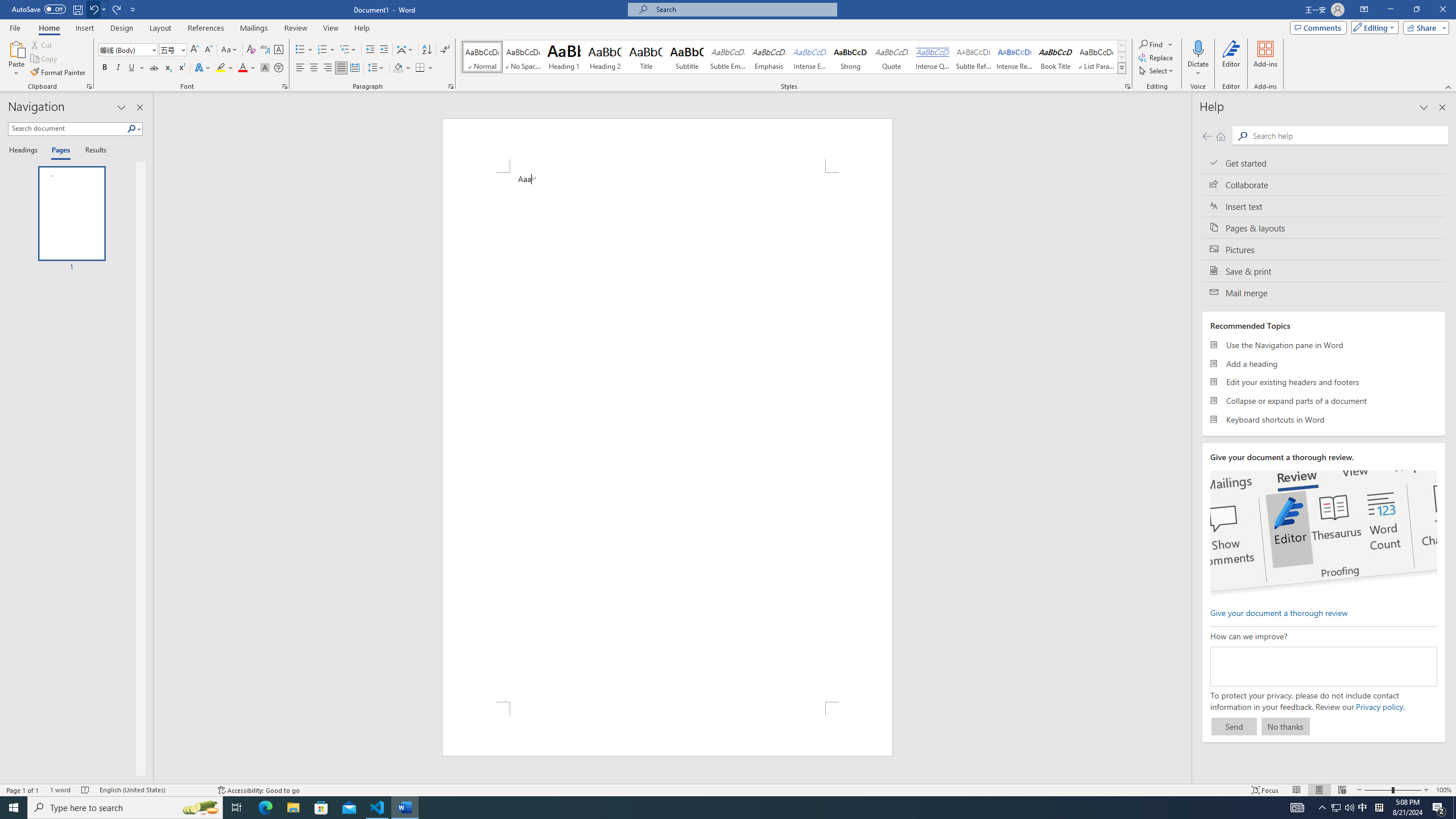 Image resolution: width=1456 pixels, height=819 pixels. What do you see at coordinates (278, 67) in the screenshot?
I see `'Enclose Characters...'` at bounding box center [278, 67].